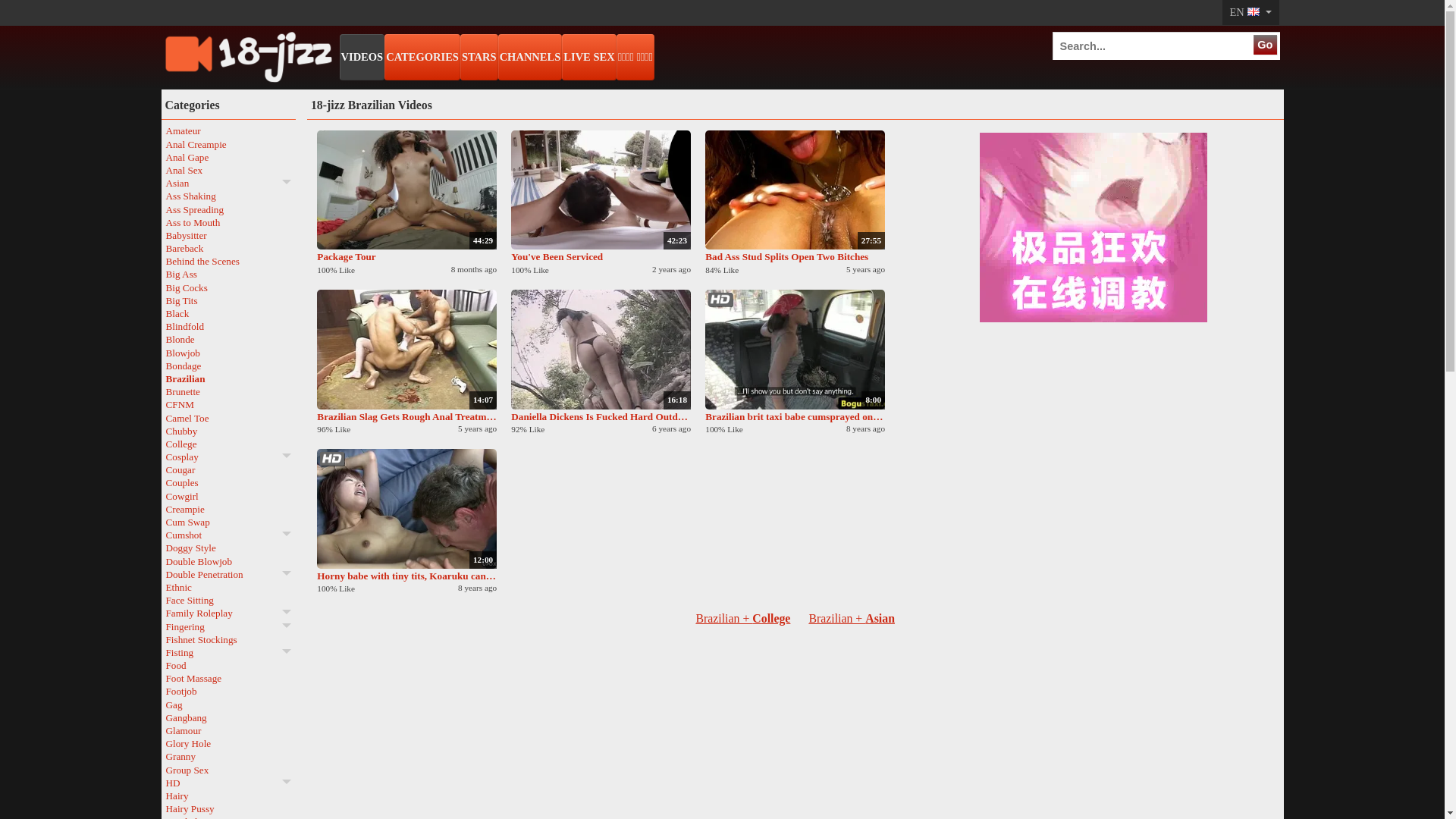  I want to click on '12:00', so click(406, 509).